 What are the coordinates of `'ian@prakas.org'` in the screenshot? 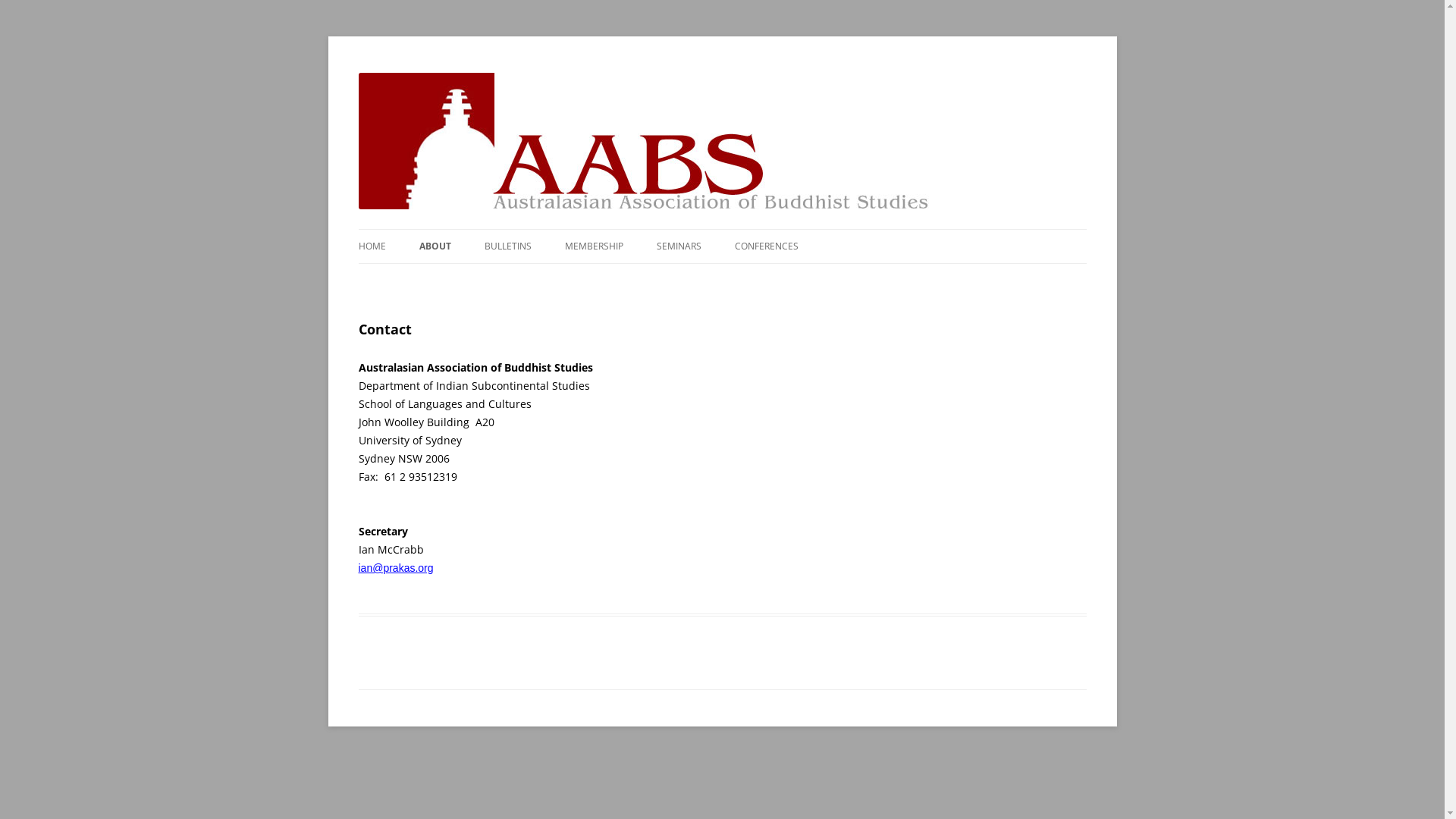 It's located at (395, 567).